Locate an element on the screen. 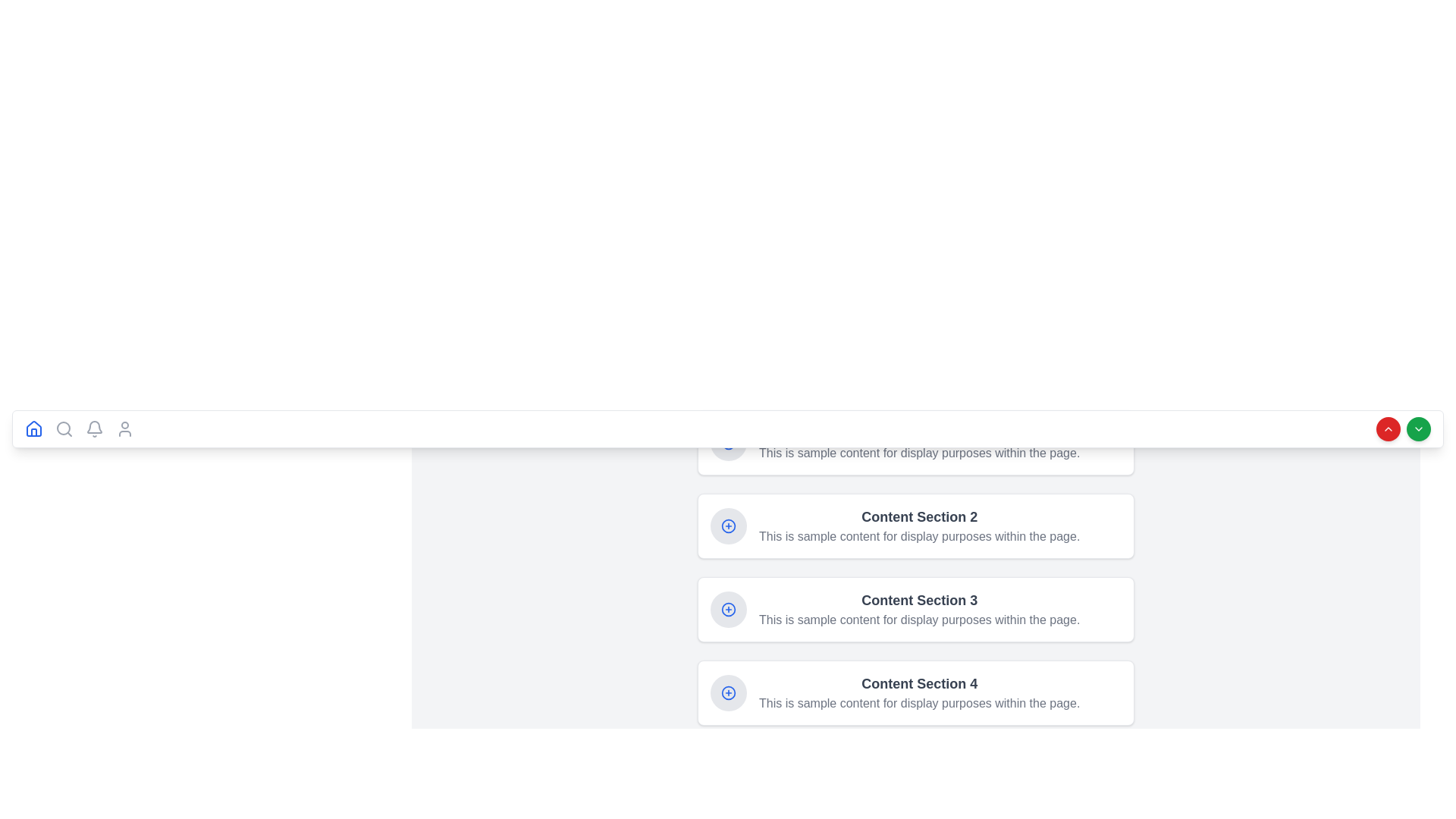  the descriptive title text element that provides context for the following content, located centrally in the second card-like section of a vertically-stacked list is located at coordinates (918, 516).